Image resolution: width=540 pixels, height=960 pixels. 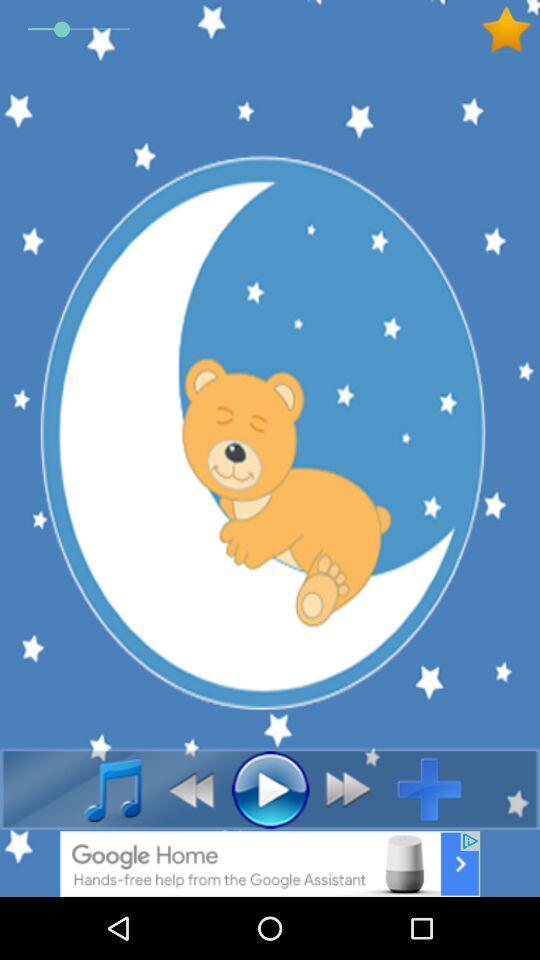 What do you see at coordinates (353, 789) in the screenshot?
I see `forward` at bounding box center [353, 789].